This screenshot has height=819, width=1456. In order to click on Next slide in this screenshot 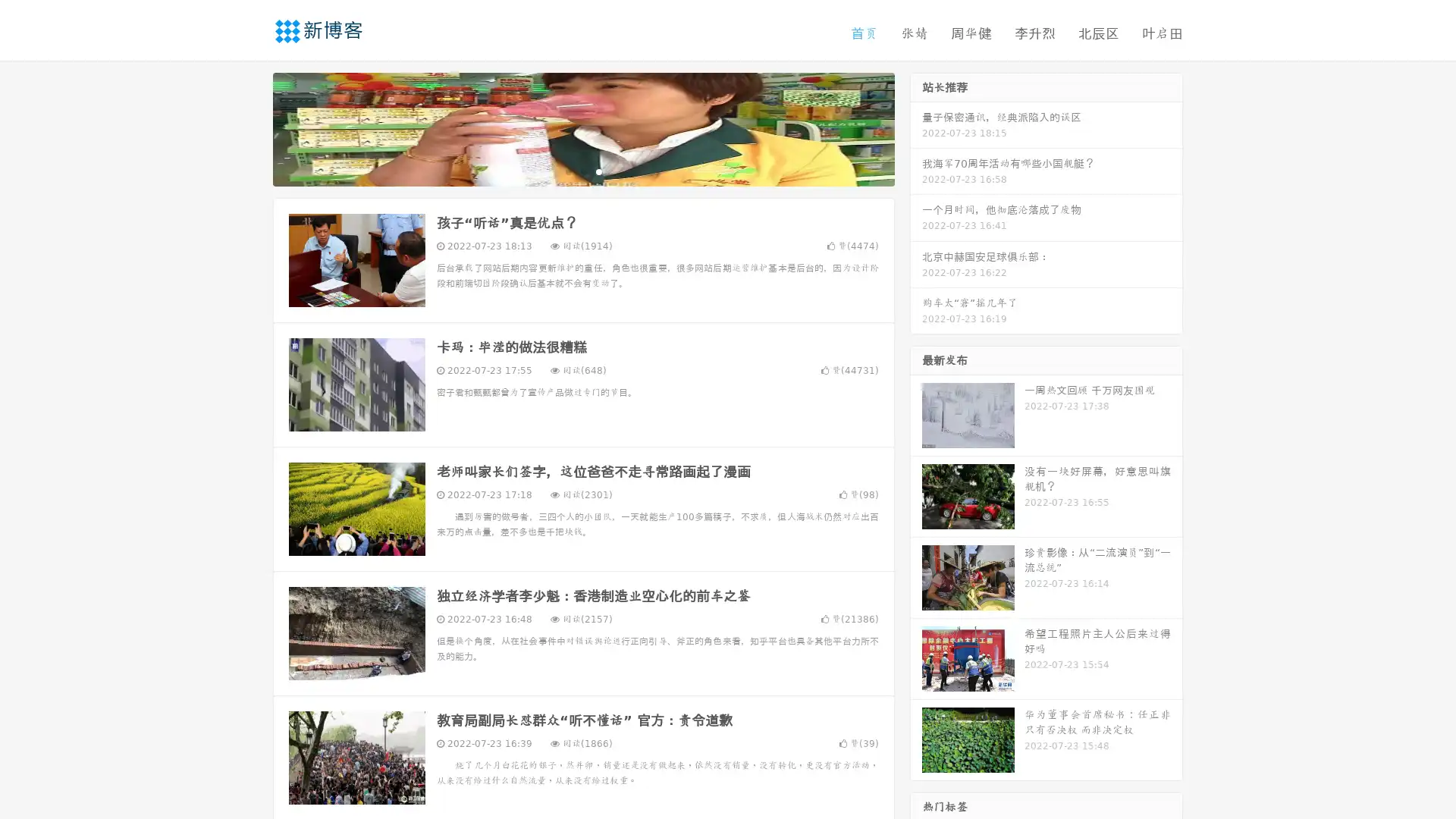, I will do `click(916, 127)`.